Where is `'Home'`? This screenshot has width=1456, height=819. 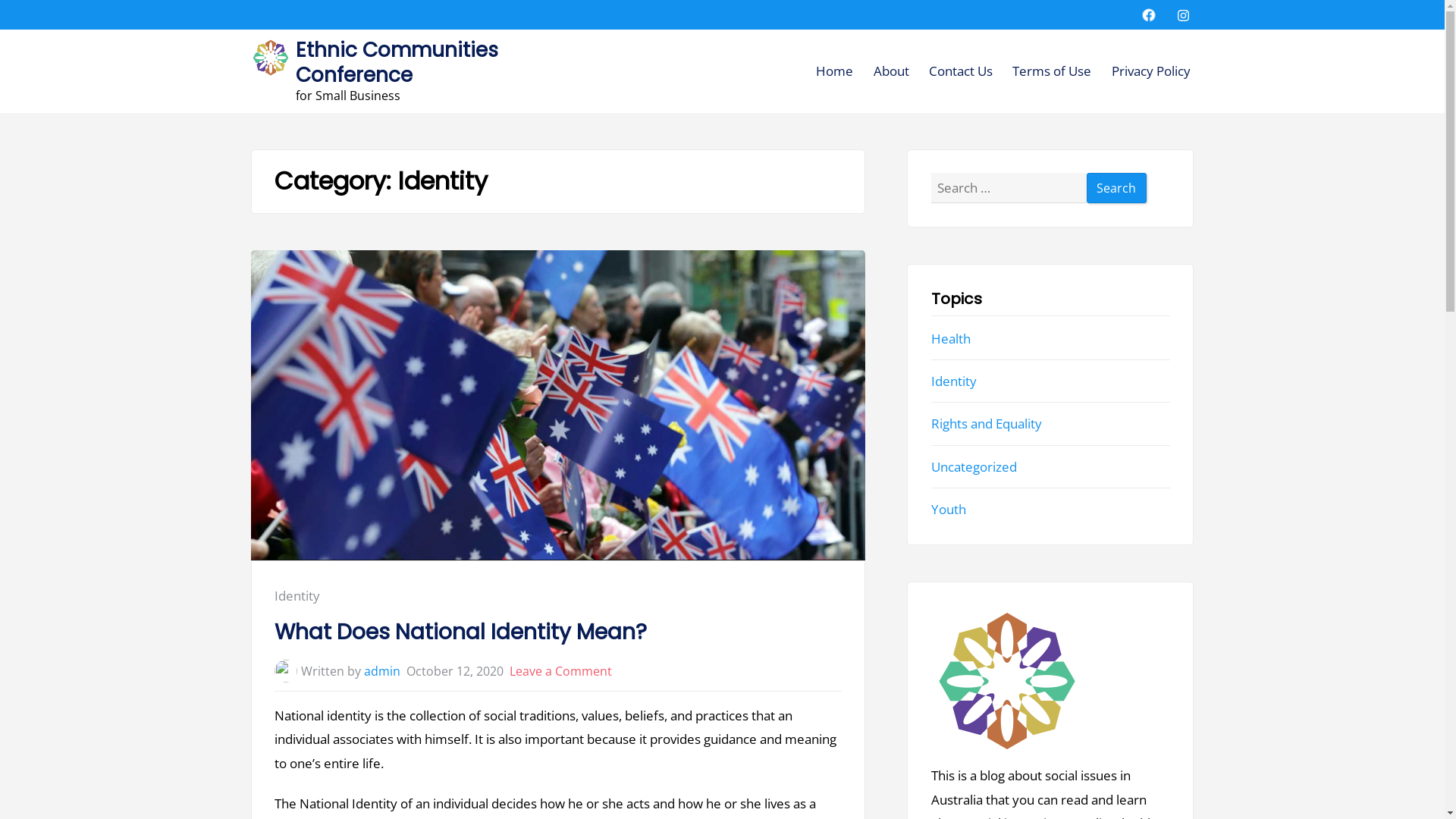 'Home' is located at coordinates (814, 71).